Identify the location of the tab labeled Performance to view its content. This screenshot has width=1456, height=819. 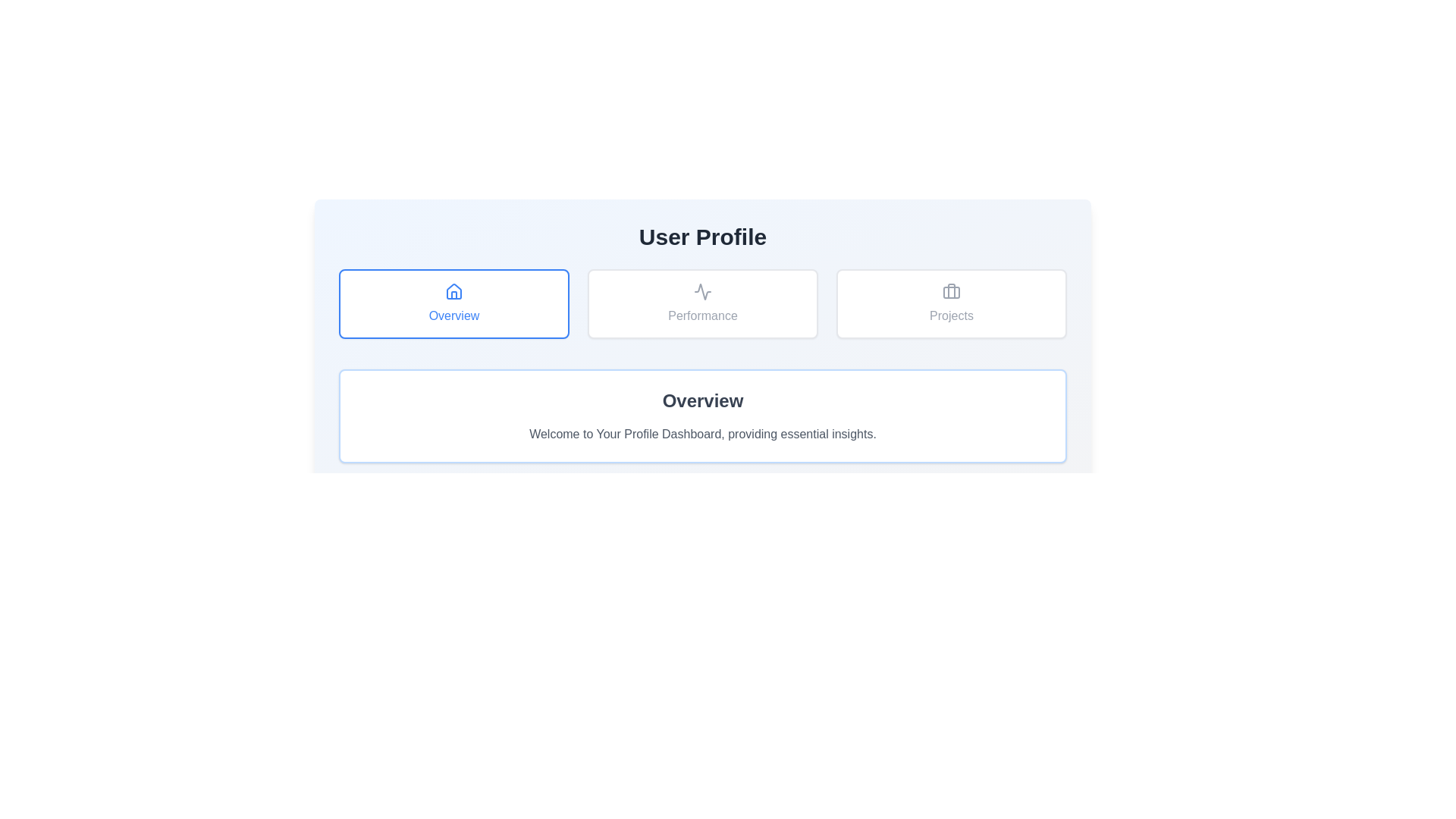
(701, 304).